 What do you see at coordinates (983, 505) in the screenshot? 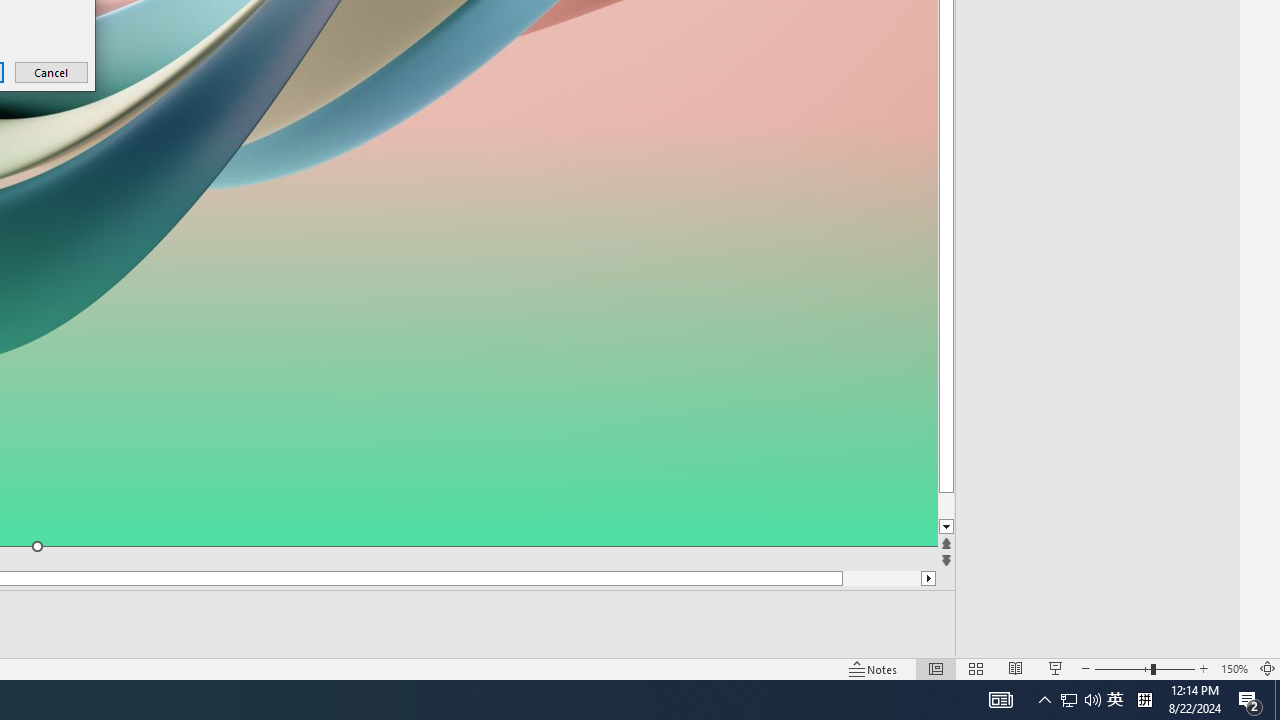
I see `'Page down'` at bounding box center [983, 505].